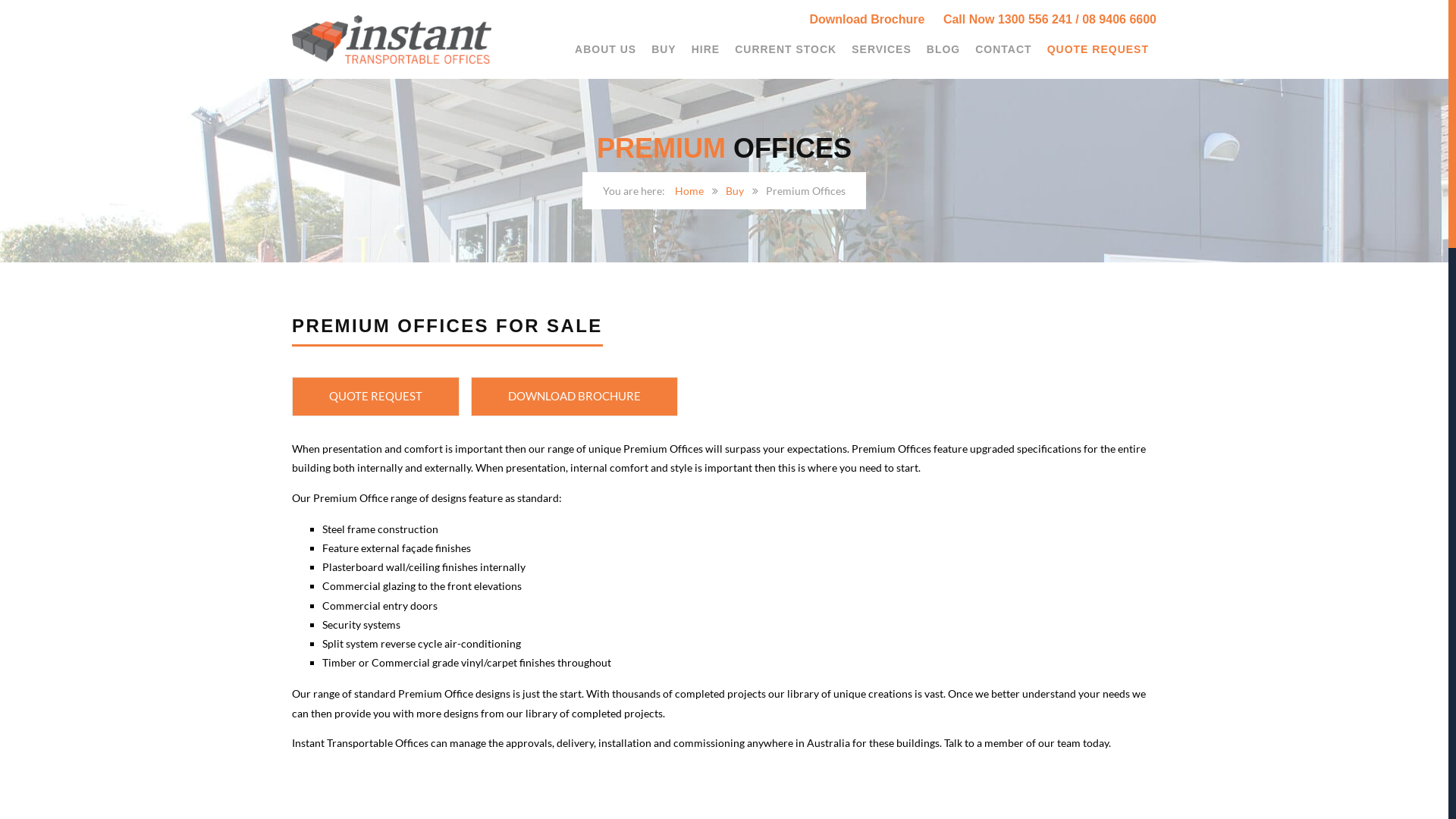 This screenshot has width=1456, height=819. I want to click on 'Buy', so click(724, 190).